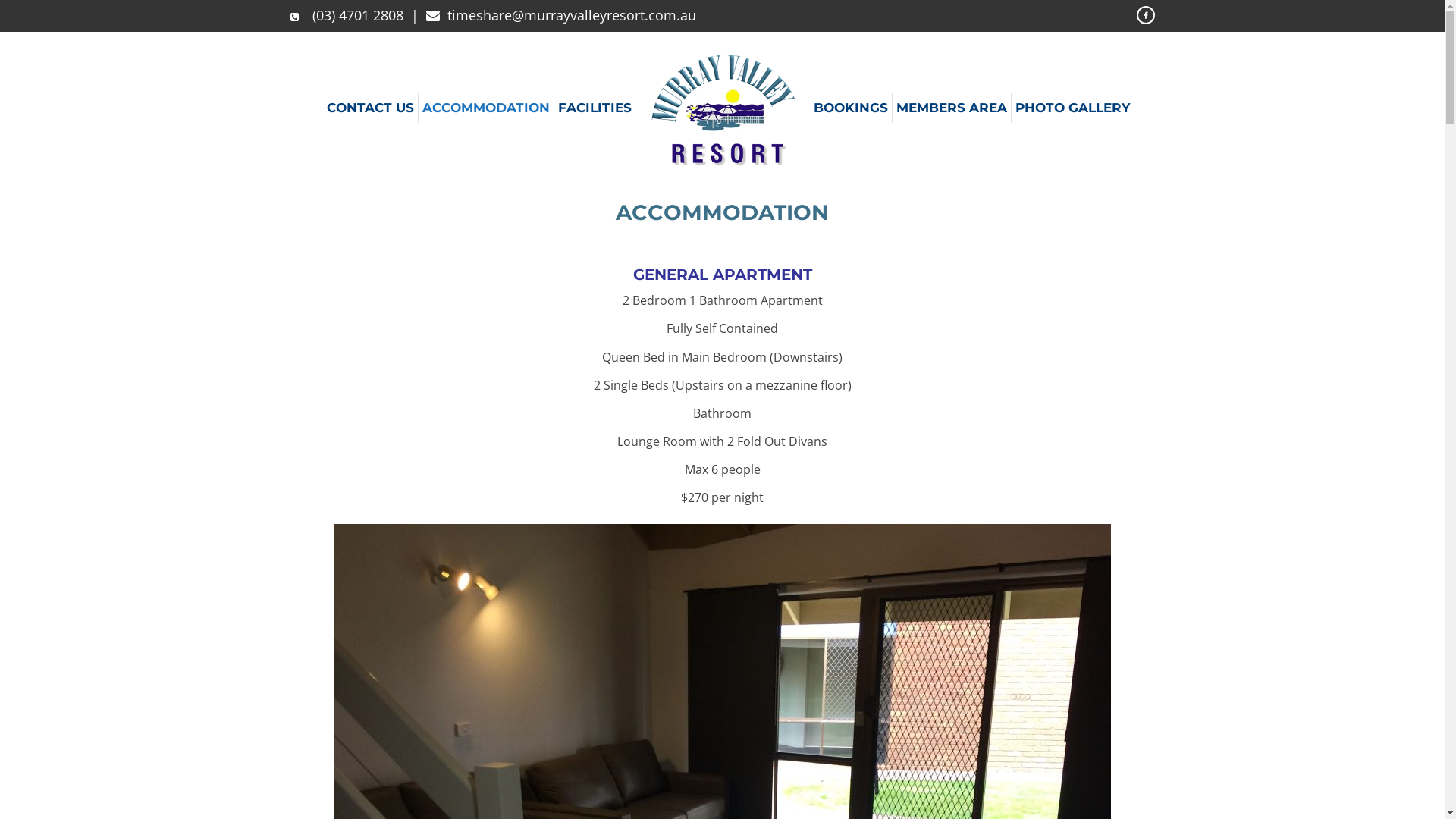  What do you see at coordinates (486, 107) in the screenshot?
I see `'ACCOMMODATION'` at bounding box center [486, 107].